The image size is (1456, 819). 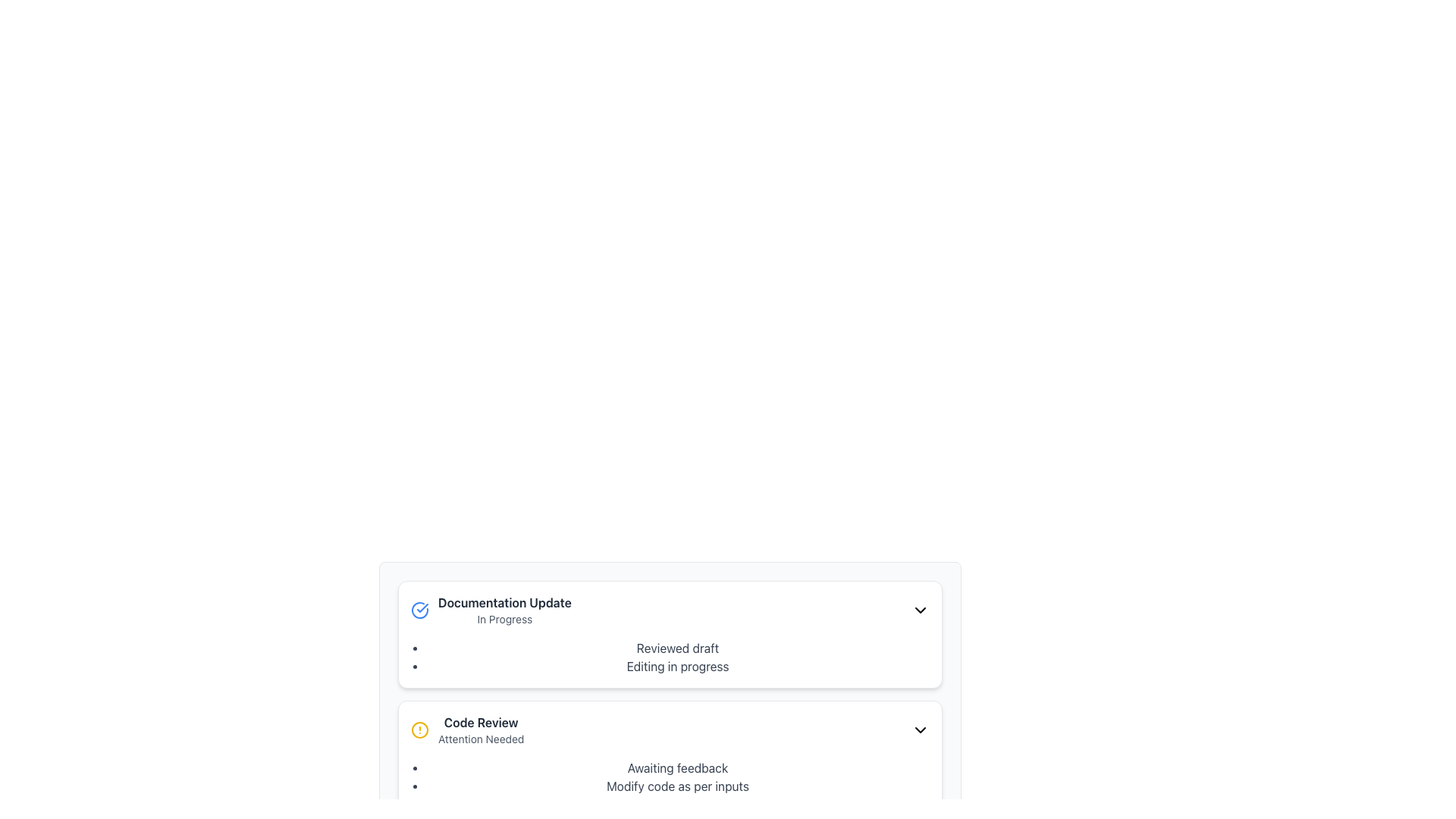 What do you see at coordinates (419, 730) in the screenshot?
I see `the Circular SVG component that serves as the outermost boundary of the alert icon located near the bottom-right section of the main interface` at bounding box center [419, 730].